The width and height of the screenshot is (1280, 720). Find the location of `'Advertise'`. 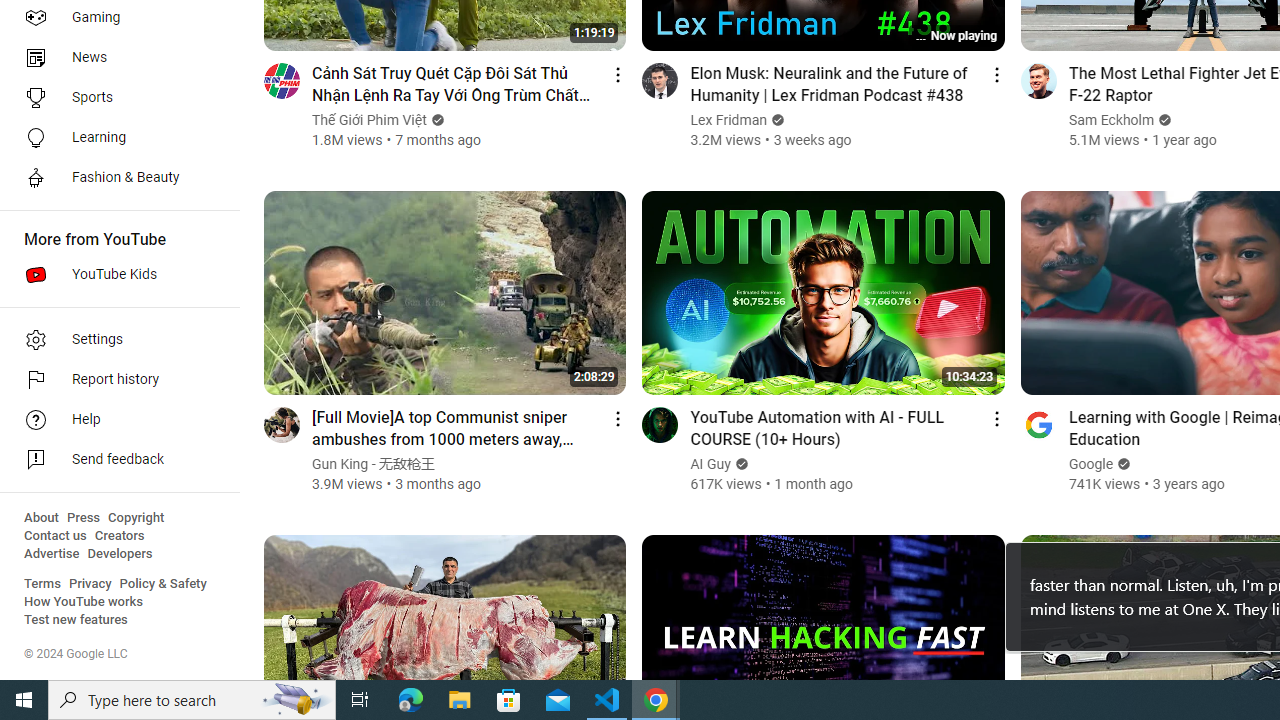

'Advertise' is located at coordinates (51, 554).